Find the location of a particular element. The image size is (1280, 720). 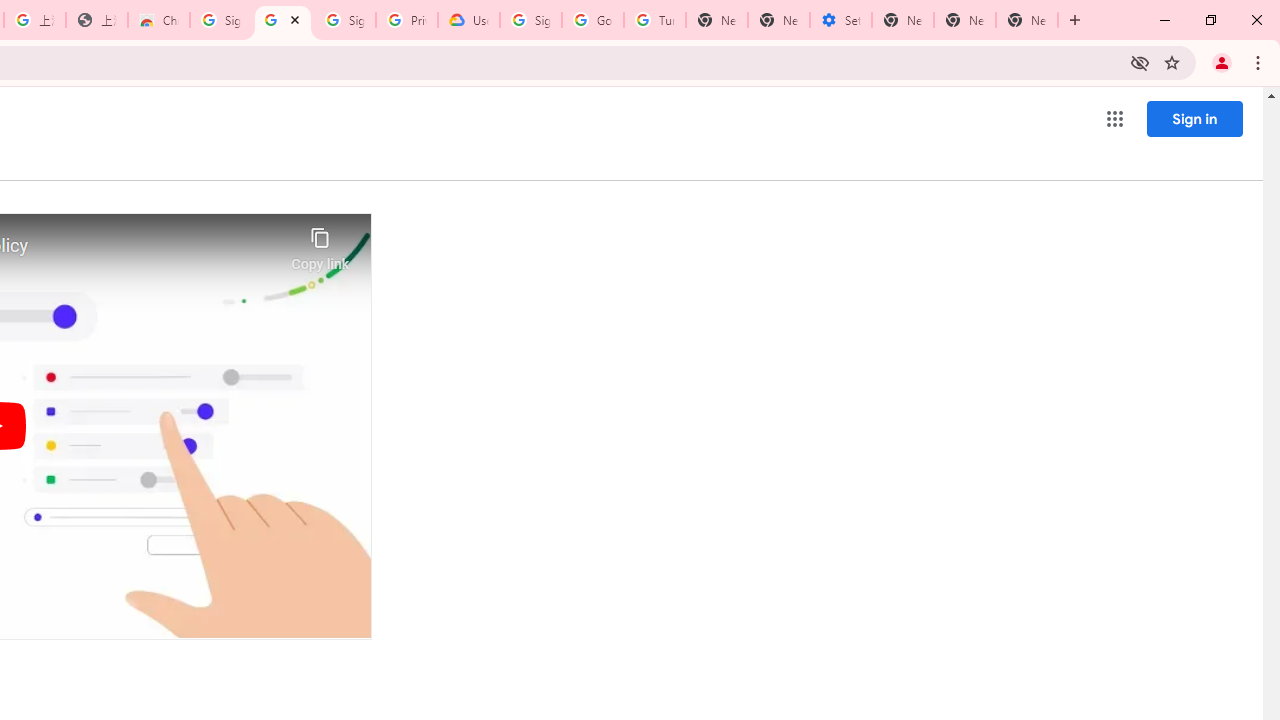

'Settings - System' is located at coordinates (840, 20).